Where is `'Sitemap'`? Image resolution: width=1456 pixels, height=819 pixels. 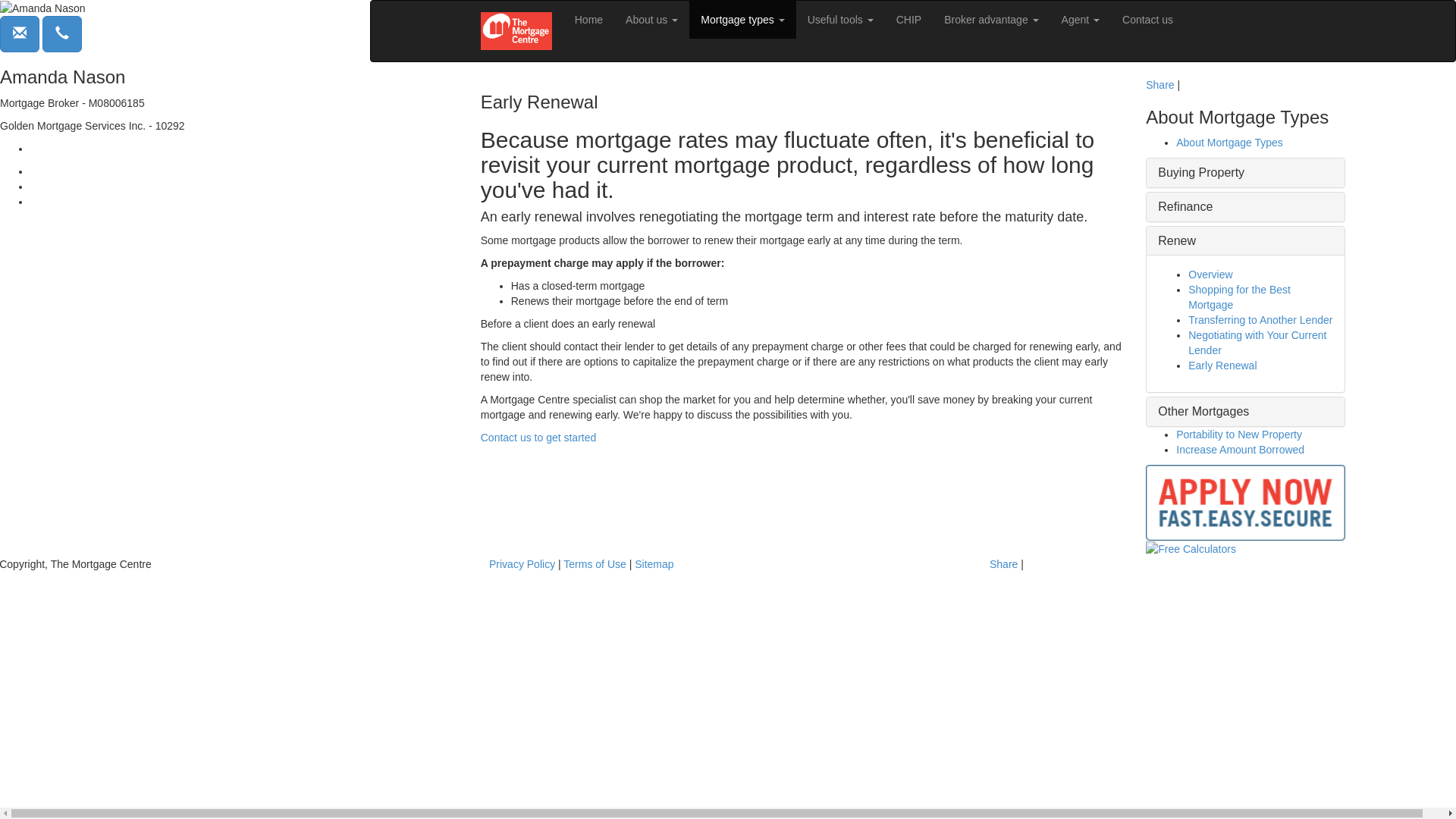
'Sitemap' is located at coordinates (654, 564).